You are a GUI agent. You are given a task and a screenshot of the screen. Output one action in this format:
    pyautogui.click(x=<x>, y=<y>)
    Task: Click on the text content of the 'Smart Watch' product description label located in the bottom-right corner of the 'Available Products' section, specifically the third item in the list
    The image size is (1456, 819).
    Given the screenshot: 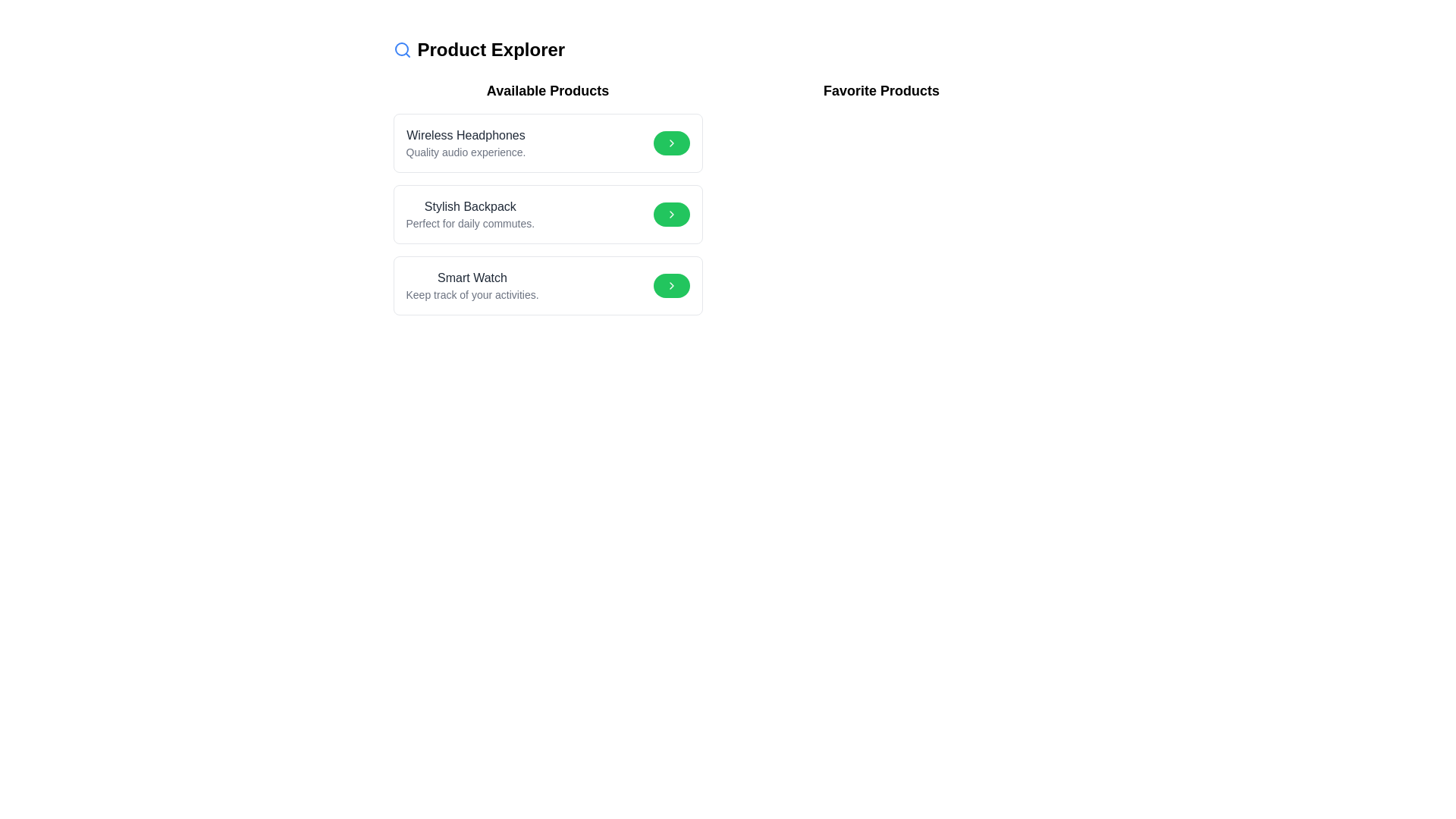 What is the action you would take?
    pyautogui.click(x=472, y=286)
    